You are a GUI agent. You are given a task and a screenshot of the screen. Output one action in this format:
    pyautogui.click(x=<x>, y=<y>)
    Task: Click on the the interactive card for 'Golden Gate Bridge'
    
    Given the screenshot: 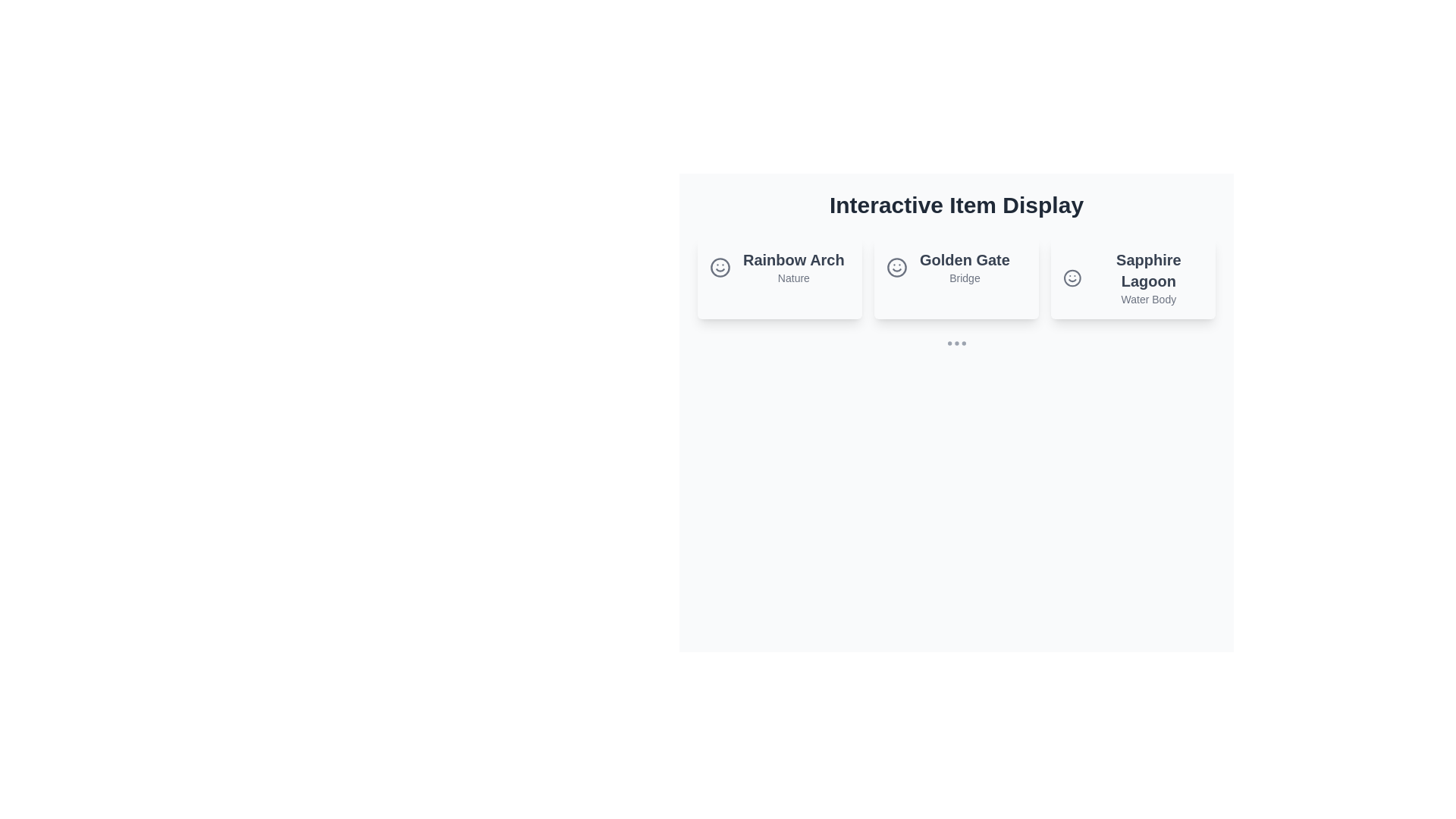 What is the action you would take?
    pyautogui.click(x=947, y=267)
    